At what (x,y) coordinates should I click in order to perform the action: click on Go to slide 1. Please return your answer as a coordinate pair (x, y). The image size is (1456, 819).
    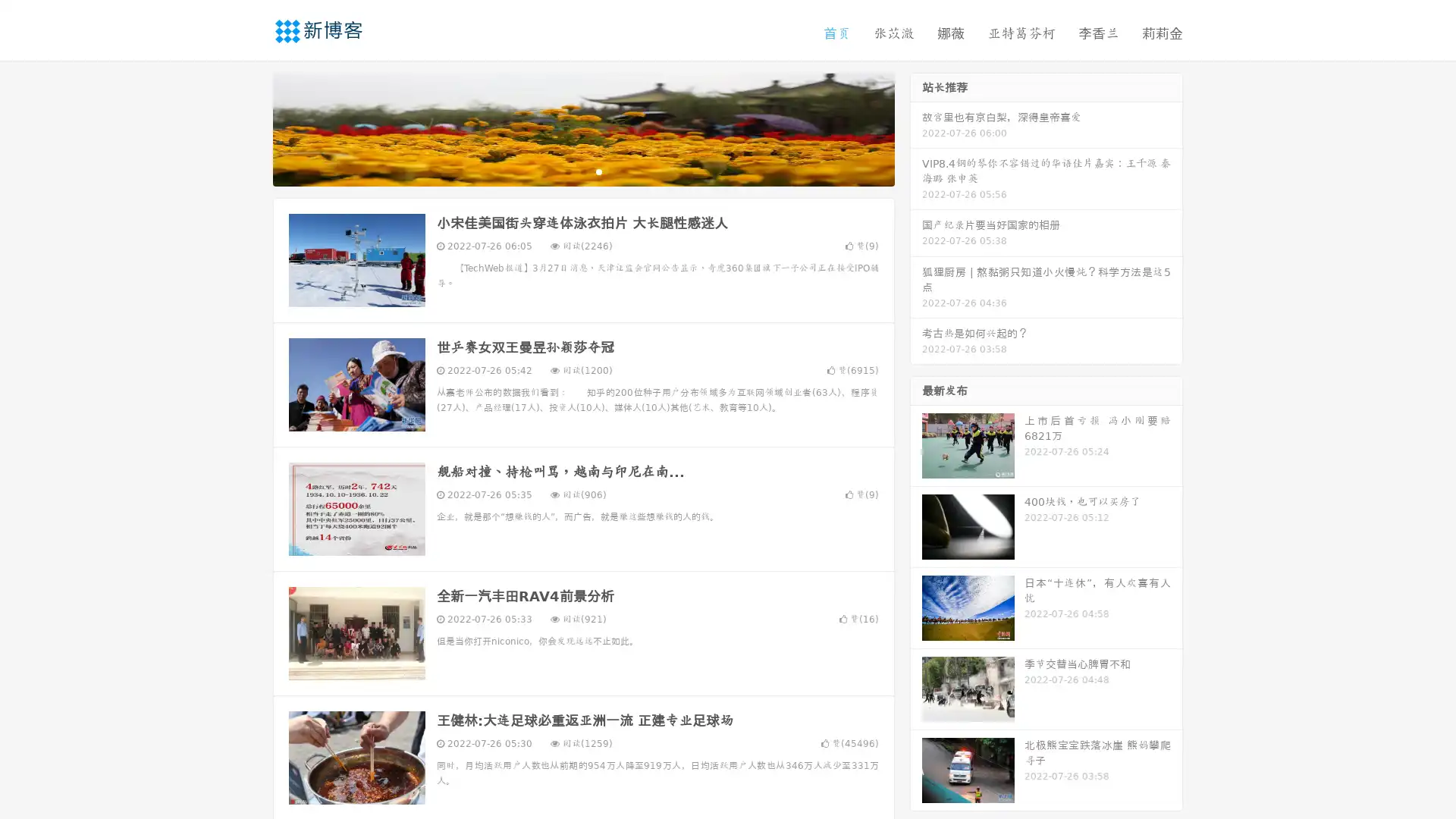
    Looking at the image, I should click on (567, 171).